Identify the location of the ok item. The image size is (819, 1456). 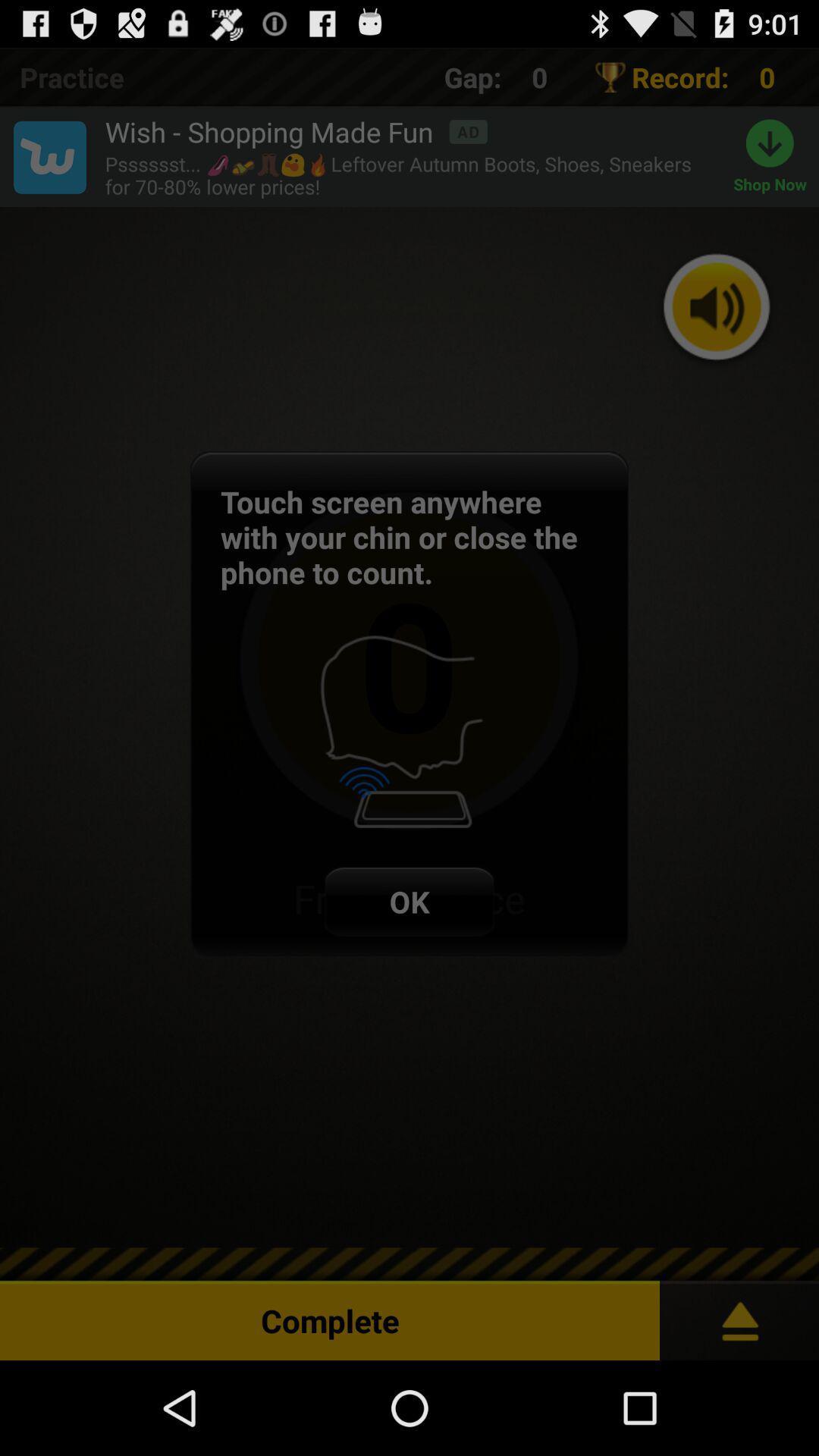
(409, 902).